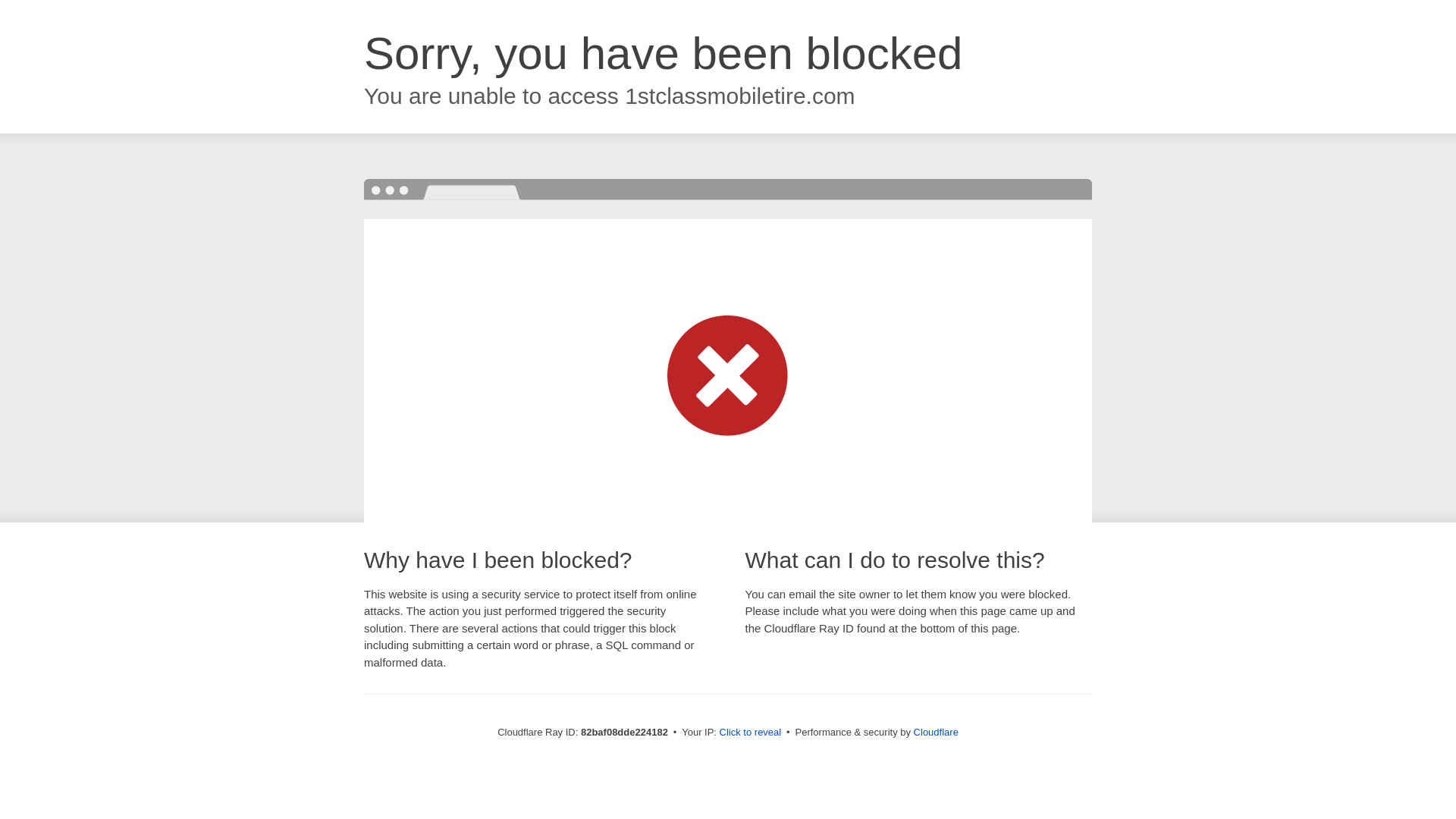 The height and width of the screenshot is (819, 1456). What do you see at coordinates (750, 731) in the screenshot?
I see `'Click to reveal'` at bounding box center [750, 731].